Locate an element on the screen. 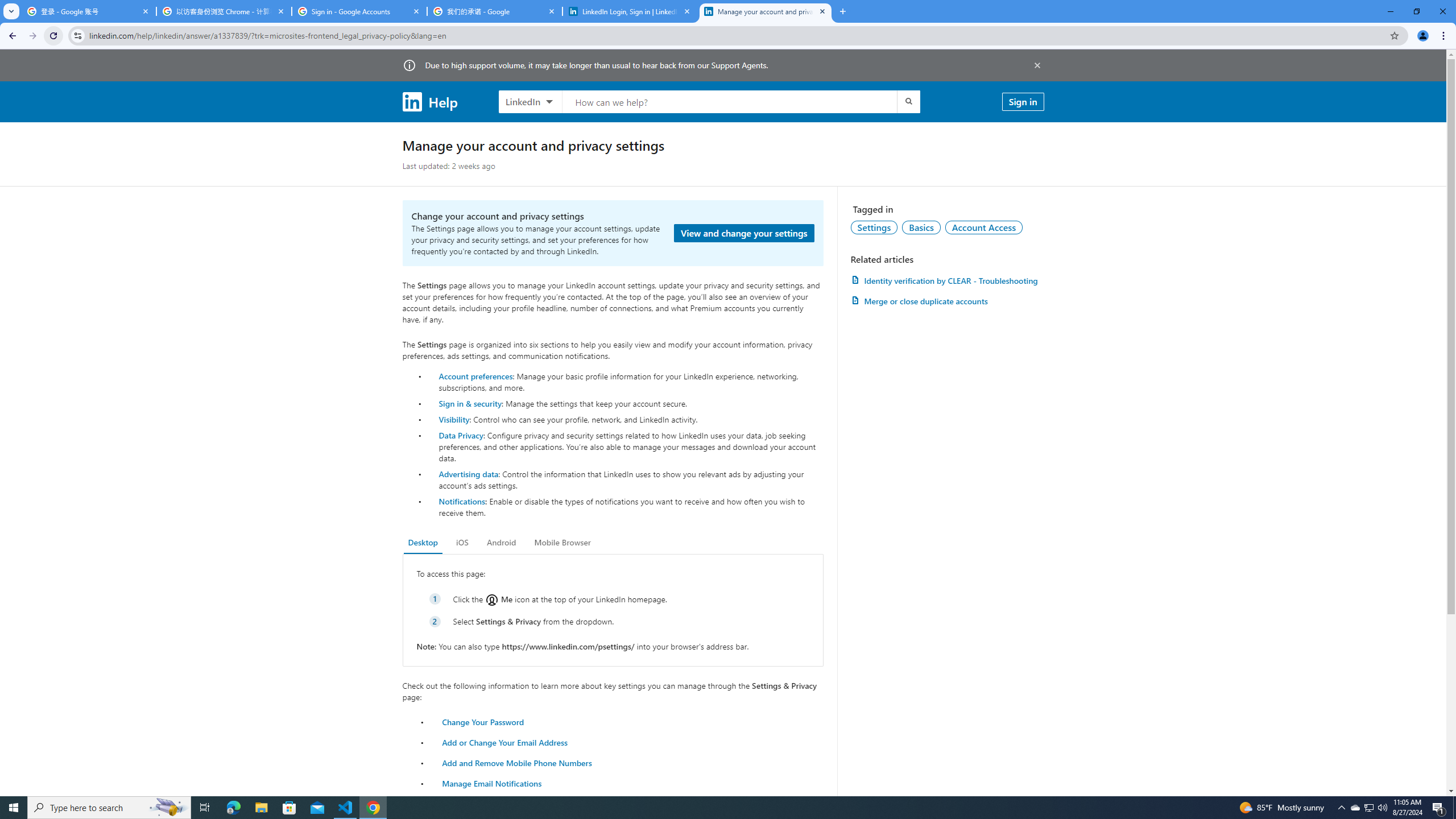  'Merge or close duplicate accounts' is located at coordinates (946, 300).